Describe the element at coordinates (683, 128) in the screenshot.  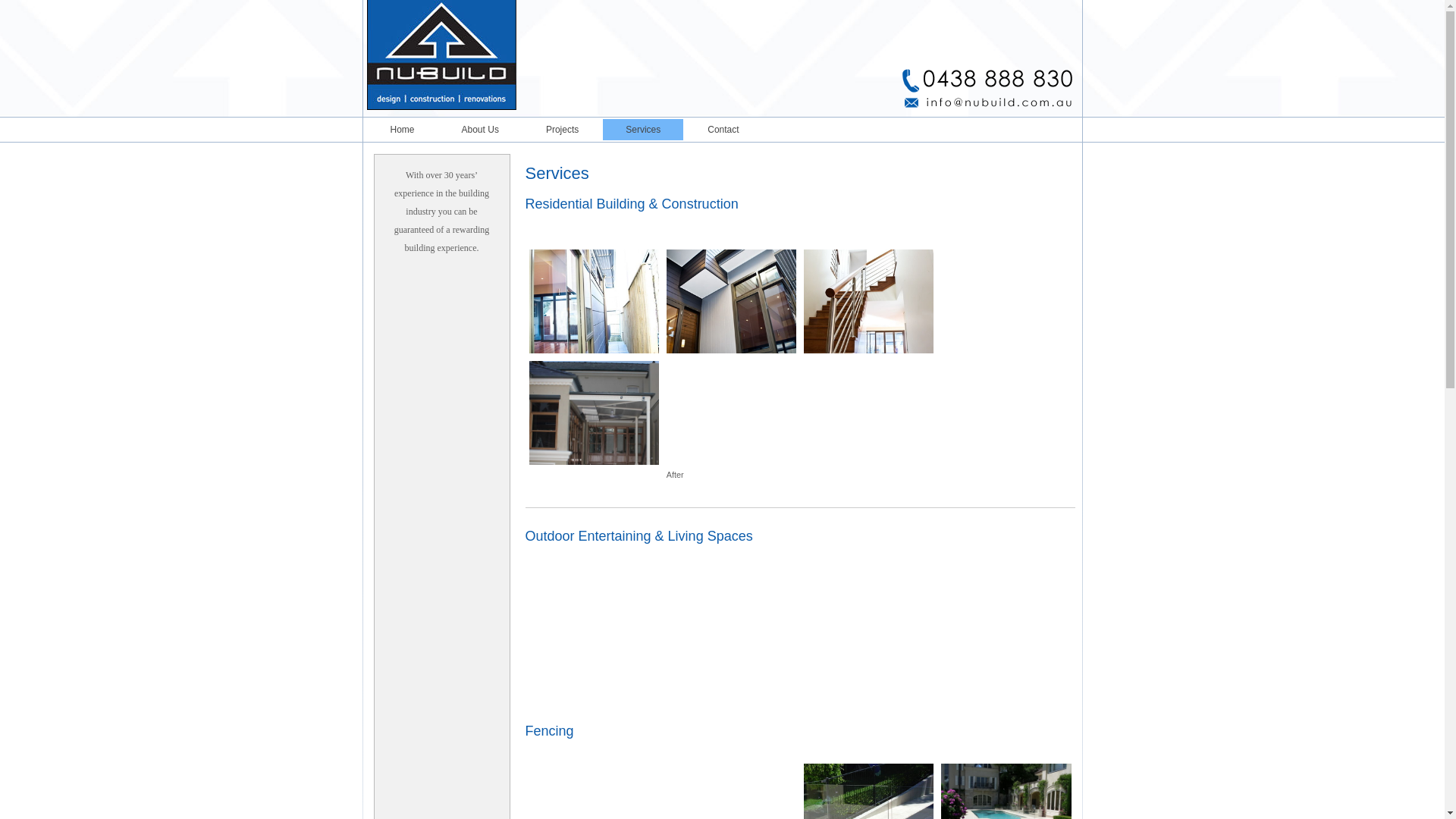
I see `'Contact'` at that location.